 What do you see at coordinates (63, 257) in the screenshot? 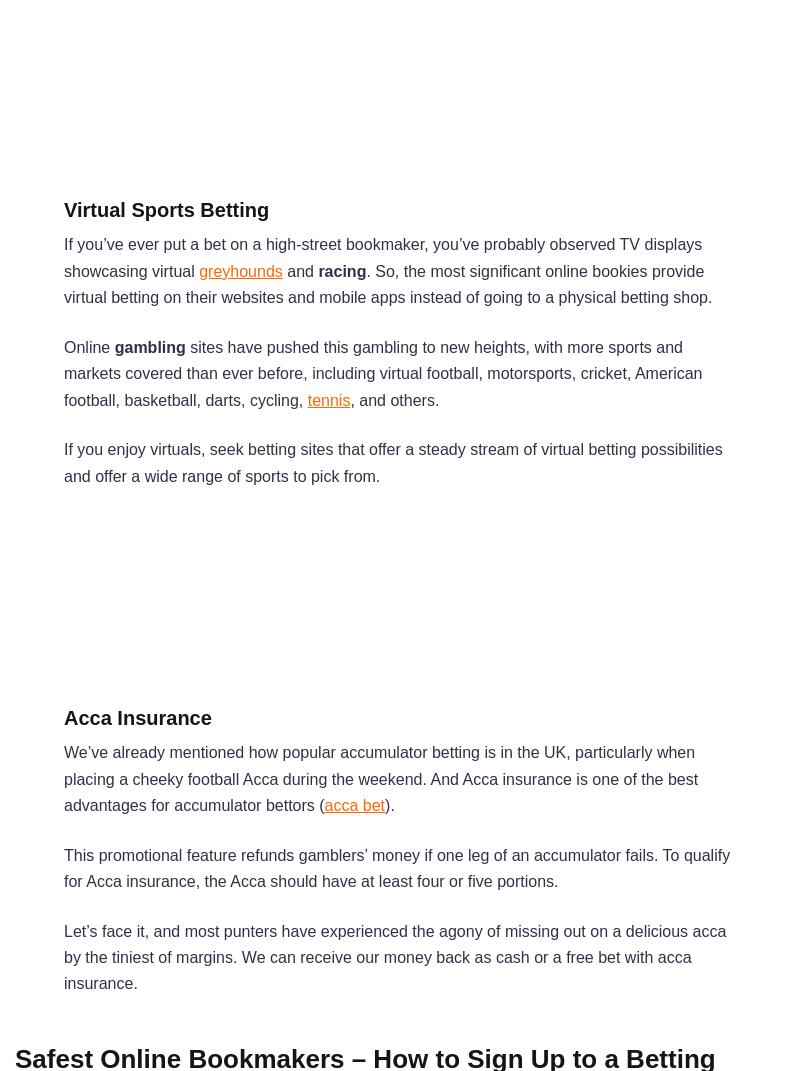
I see `'If you’ve ever put a bet on a high-street bookmaker, you’ve probably observed TV displays showcasing virtual'` at bounding box center [63, 257].